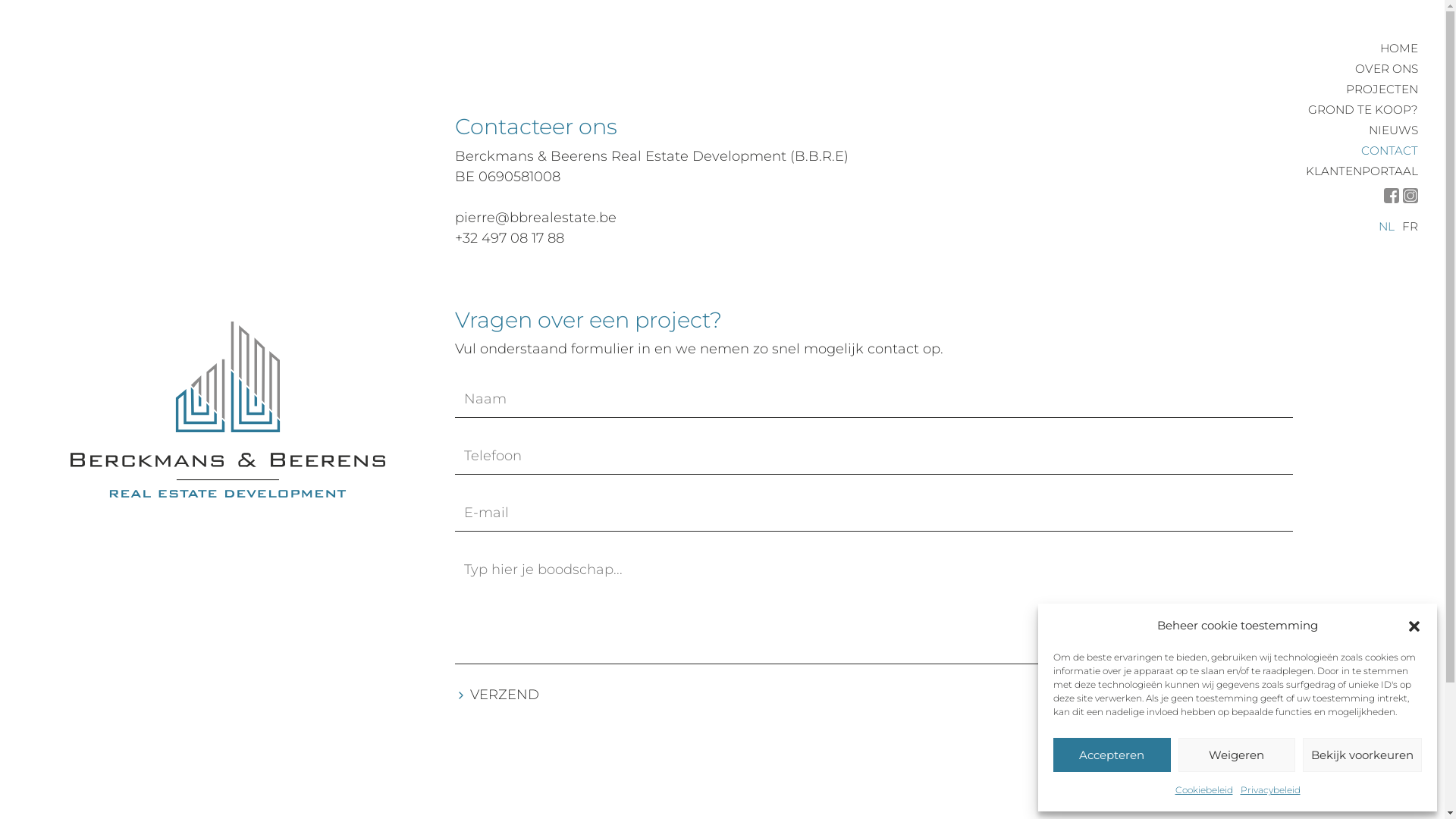  What do you see at coordinates (1305, 171) in the screenshot?
I see `'KLANTENPORTAAL'` at bounding box center [1305, 171].